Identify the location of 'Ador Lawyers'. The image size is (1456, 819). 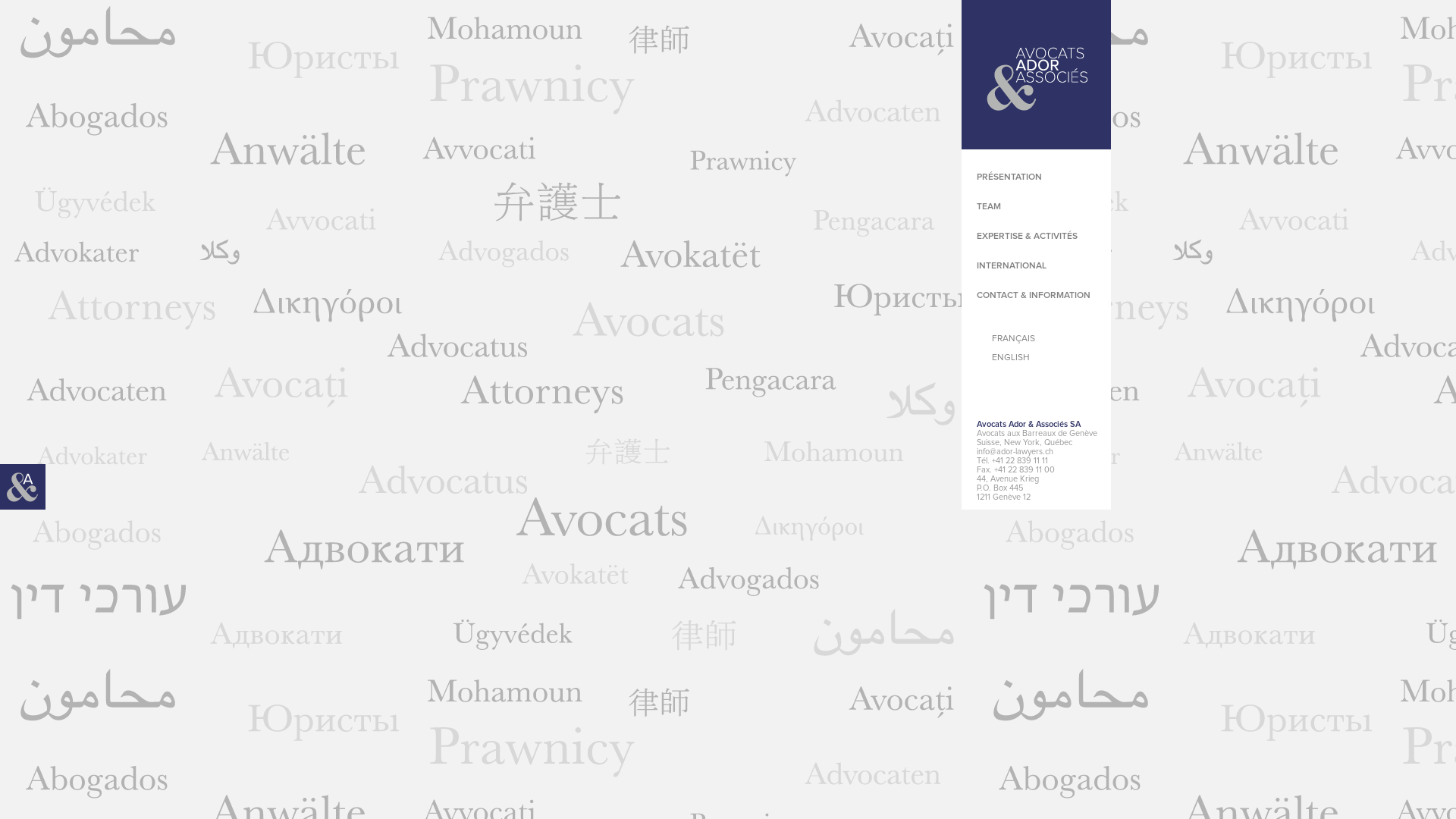
(1035, 74).